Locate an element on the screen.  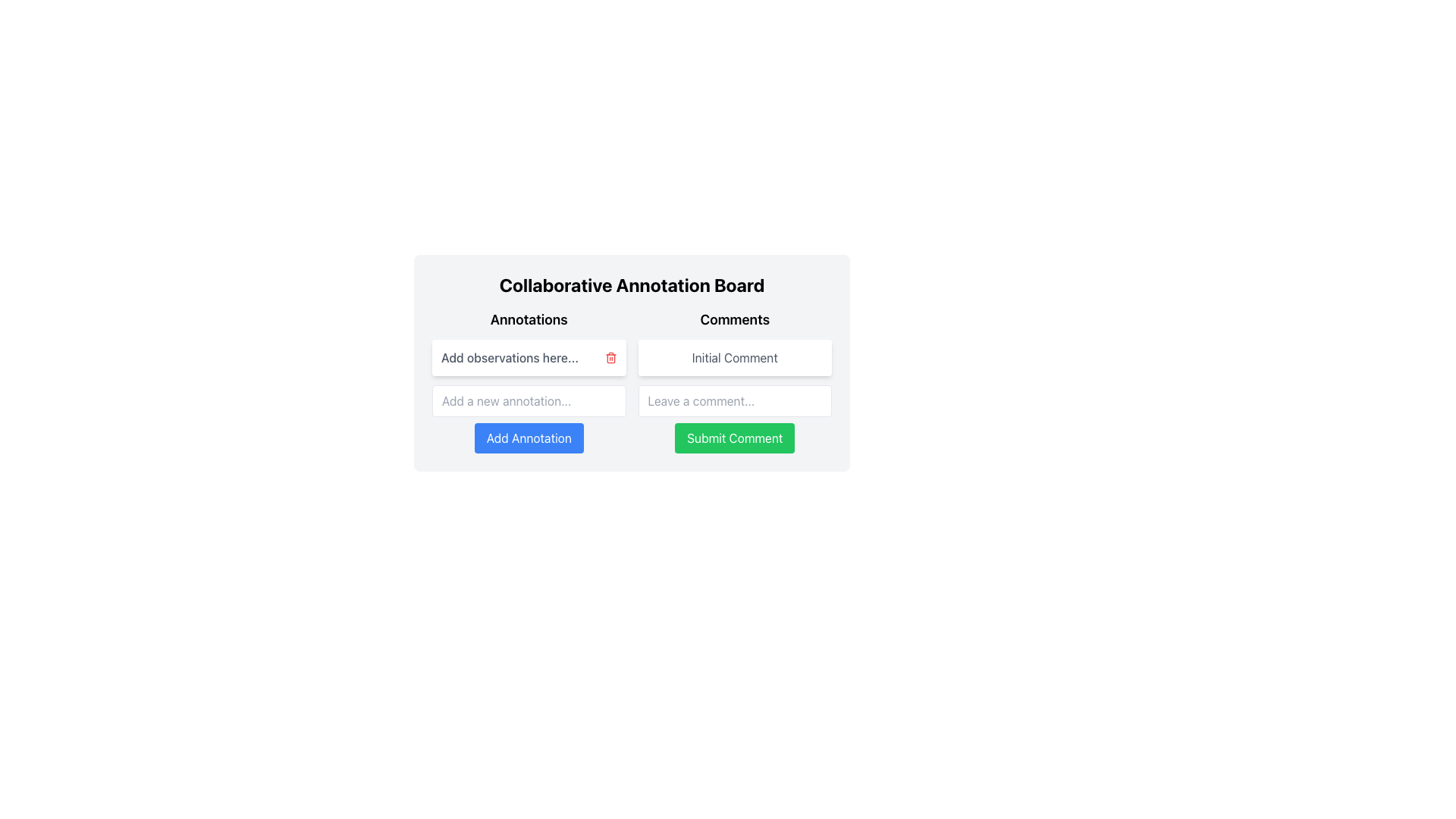
the red trash-can icon located to the right of the 'Add observations here...' text to initiate a delete action is located at coordinates (610, 357).